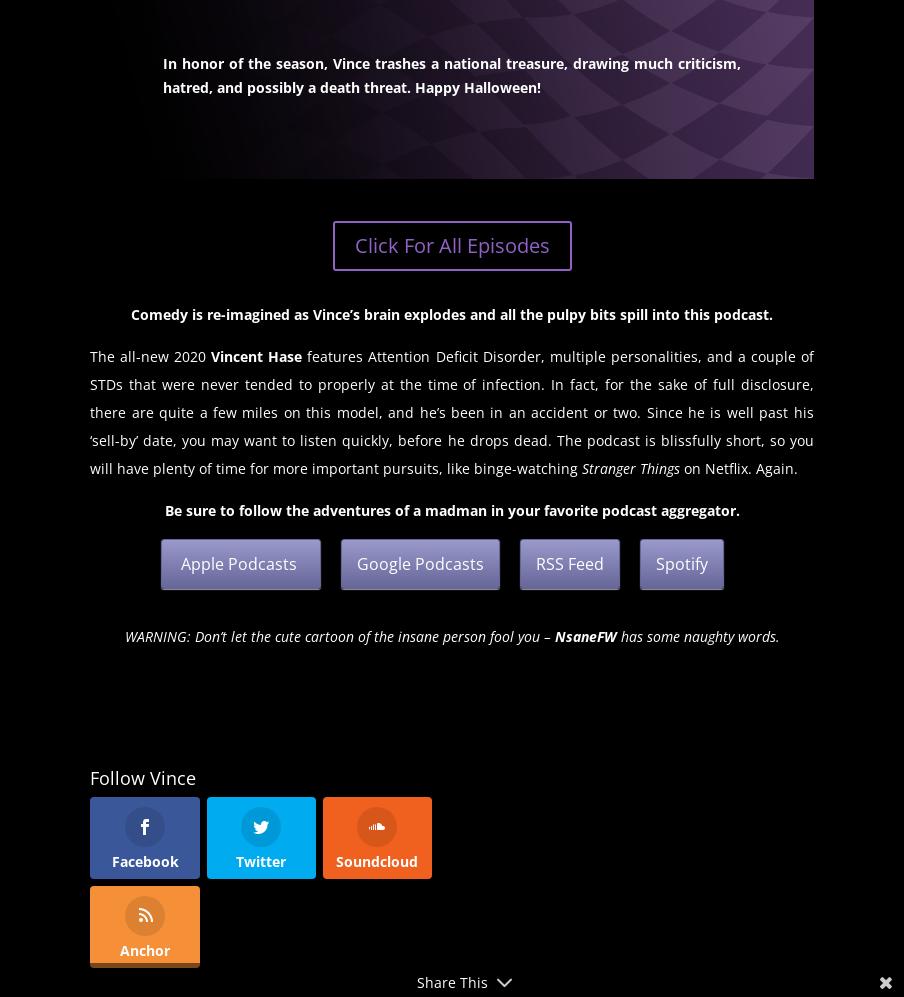 The height and width of the screenshot is (997, 904). Describe the element at coordinates (162, 509) in the screenshot. I see `'Be sure to follow the adventures of a madman in your favorite podcast aggregator.'` at that location.